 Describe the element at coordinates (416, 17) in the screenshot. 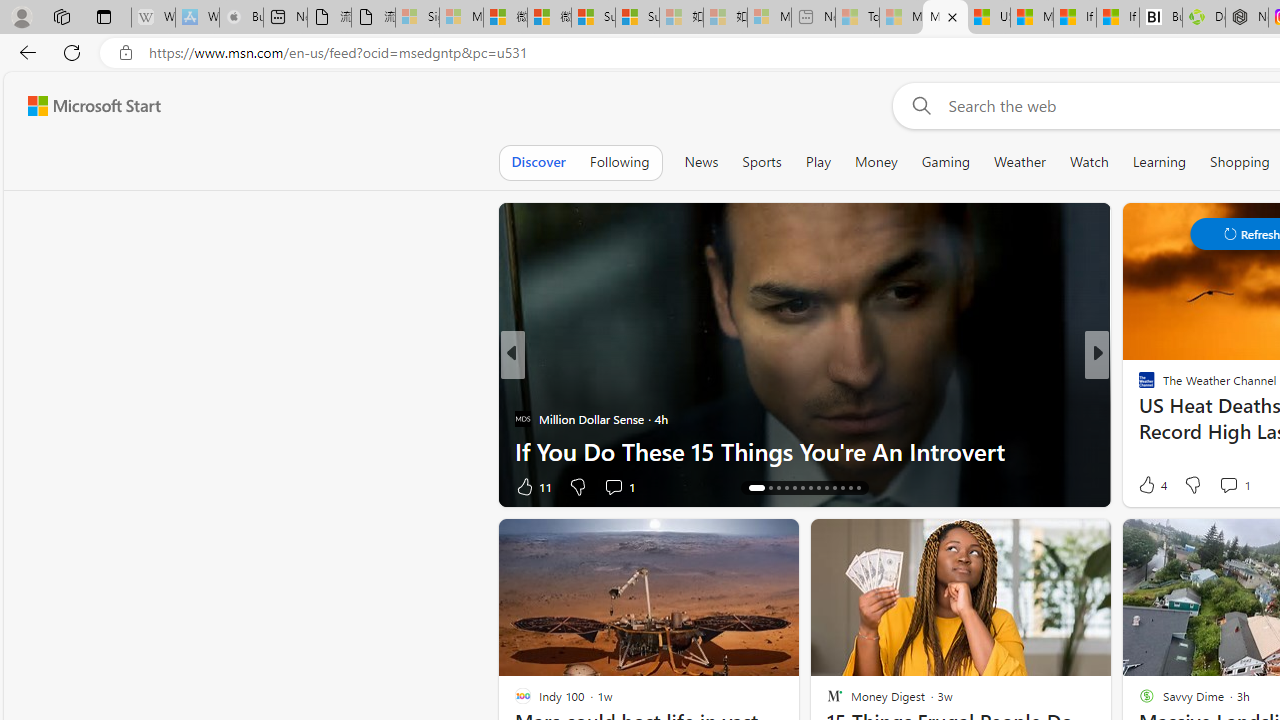

I see `'Sign in to your Microsoft account - Sleeping'` at that location.